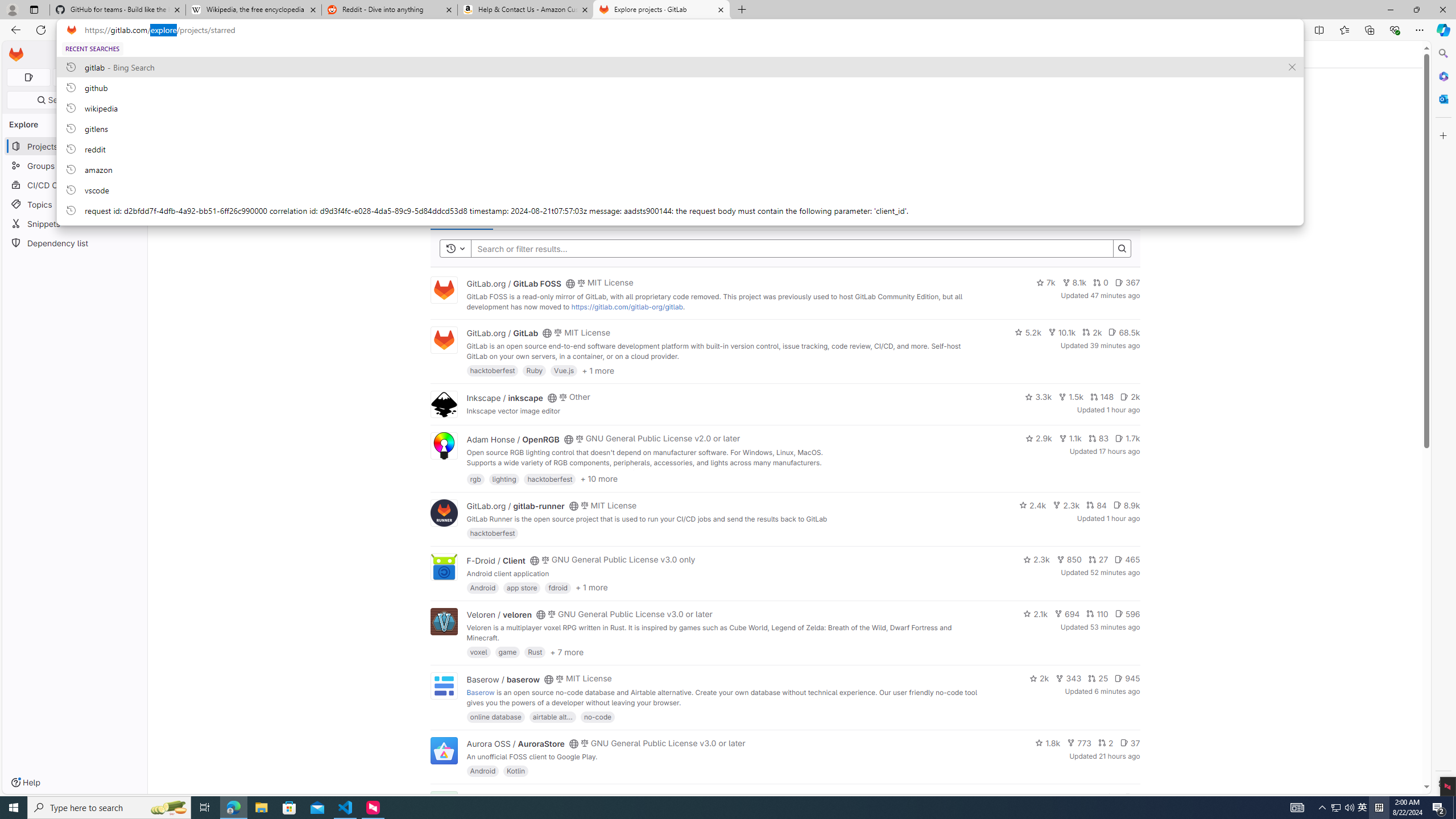 Image resolution: width=1456 pixels, height=819 pixels. I want to click on 'Edouard Klein / falsisign', so click(512, 797).